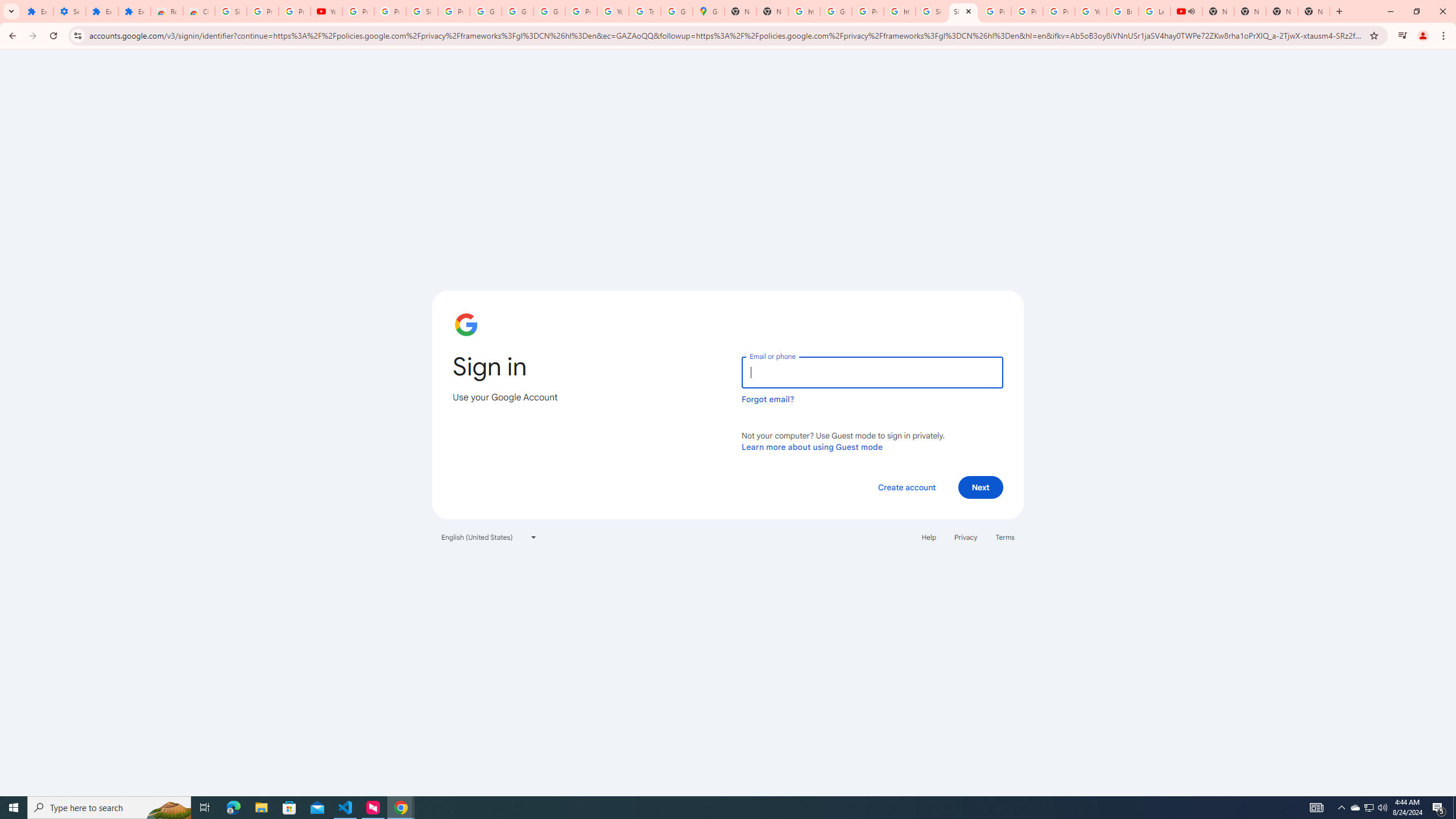 The height and width of the screenshot is (819, 1456). I want to click on 'Create account', so click(906, 486).